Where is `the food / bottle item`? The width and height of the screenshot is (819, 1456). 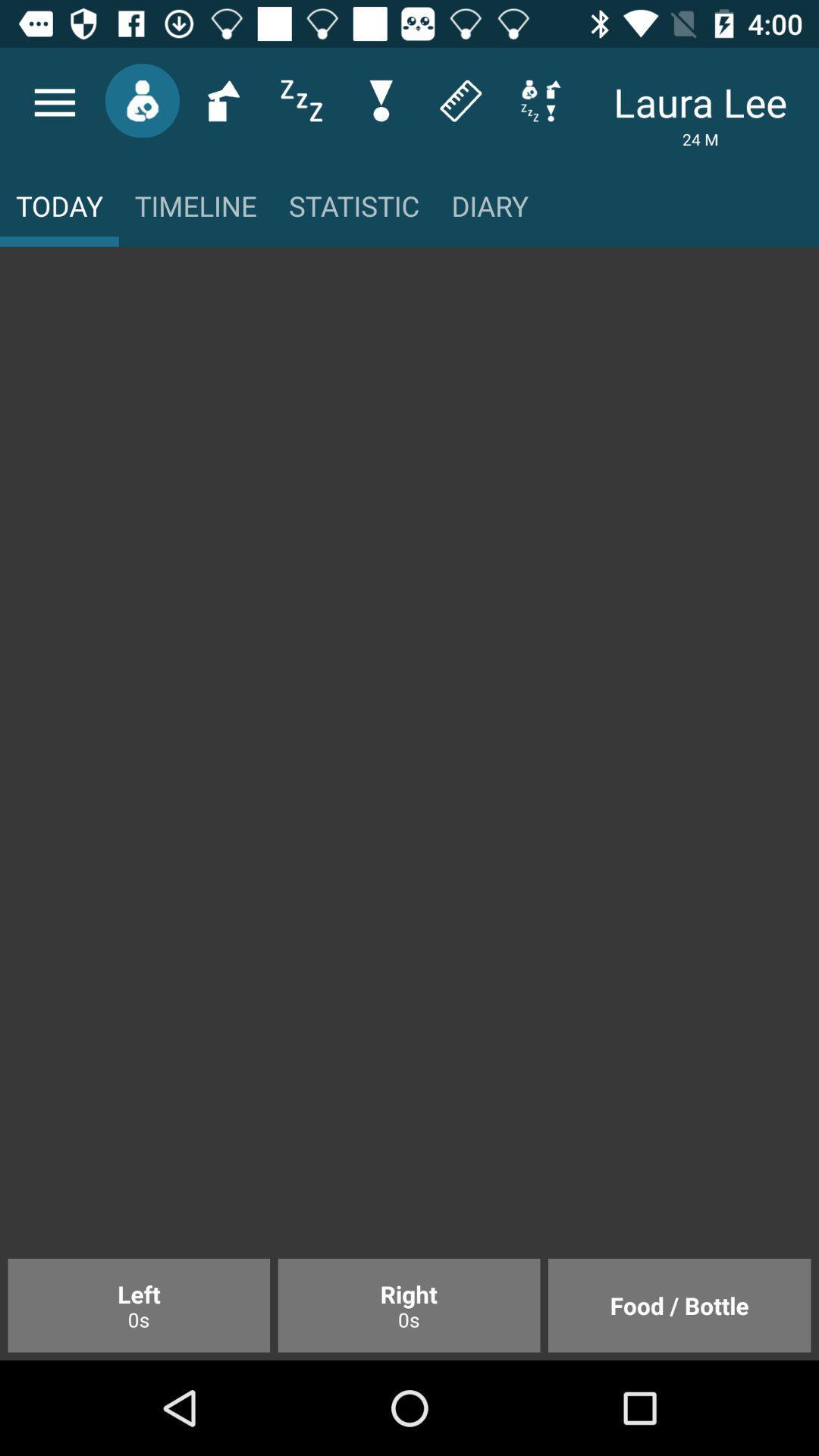 the food / bottle item is located at coordinates (679, 1304).